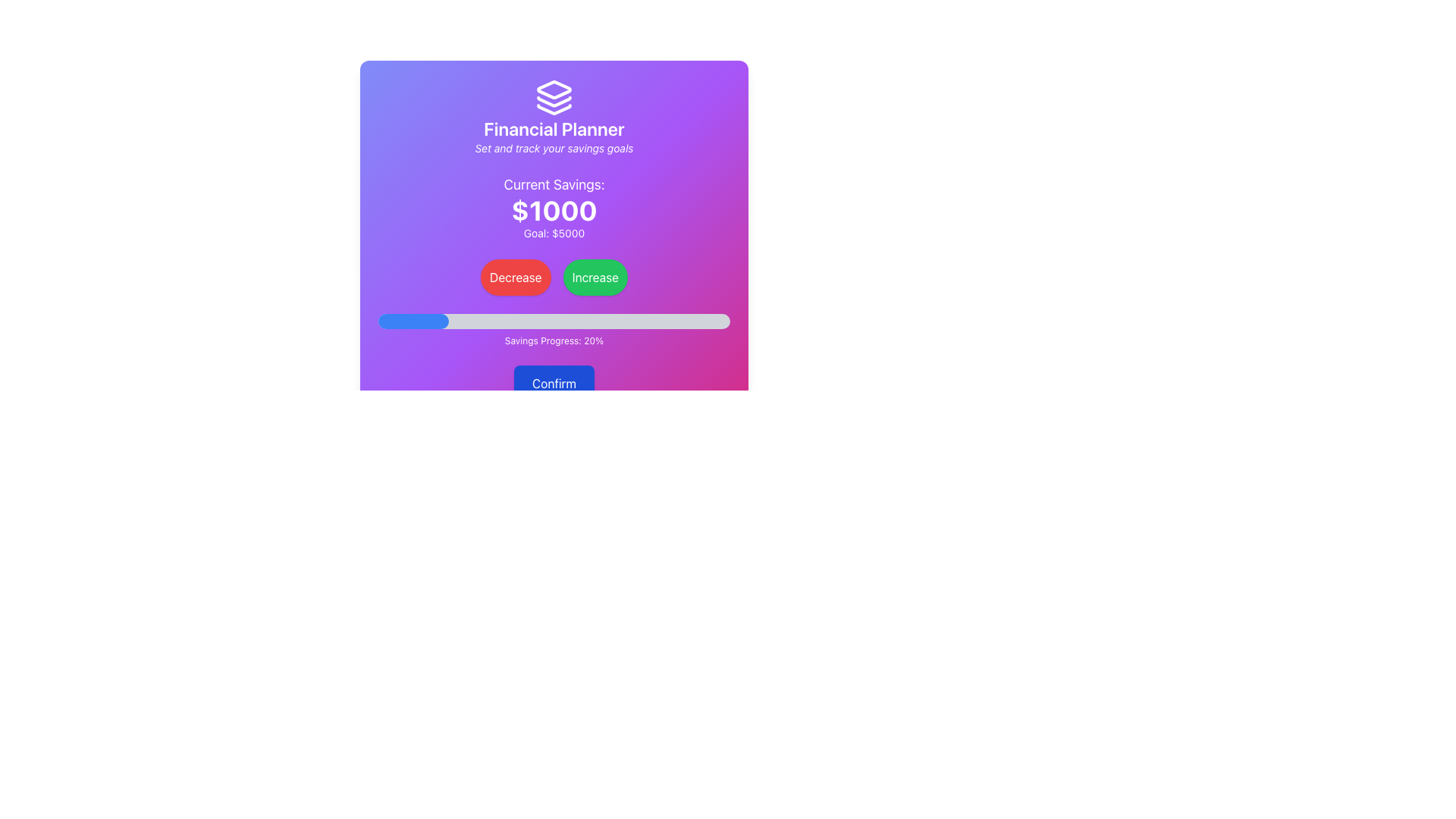  What do you see at coordinates (553, 149) in the screenshot?
I see `the italicized text label reading 'Set and track your savings goals', which is positioned below the 'Financial Planner' heading` at bounding box center [553, 149].